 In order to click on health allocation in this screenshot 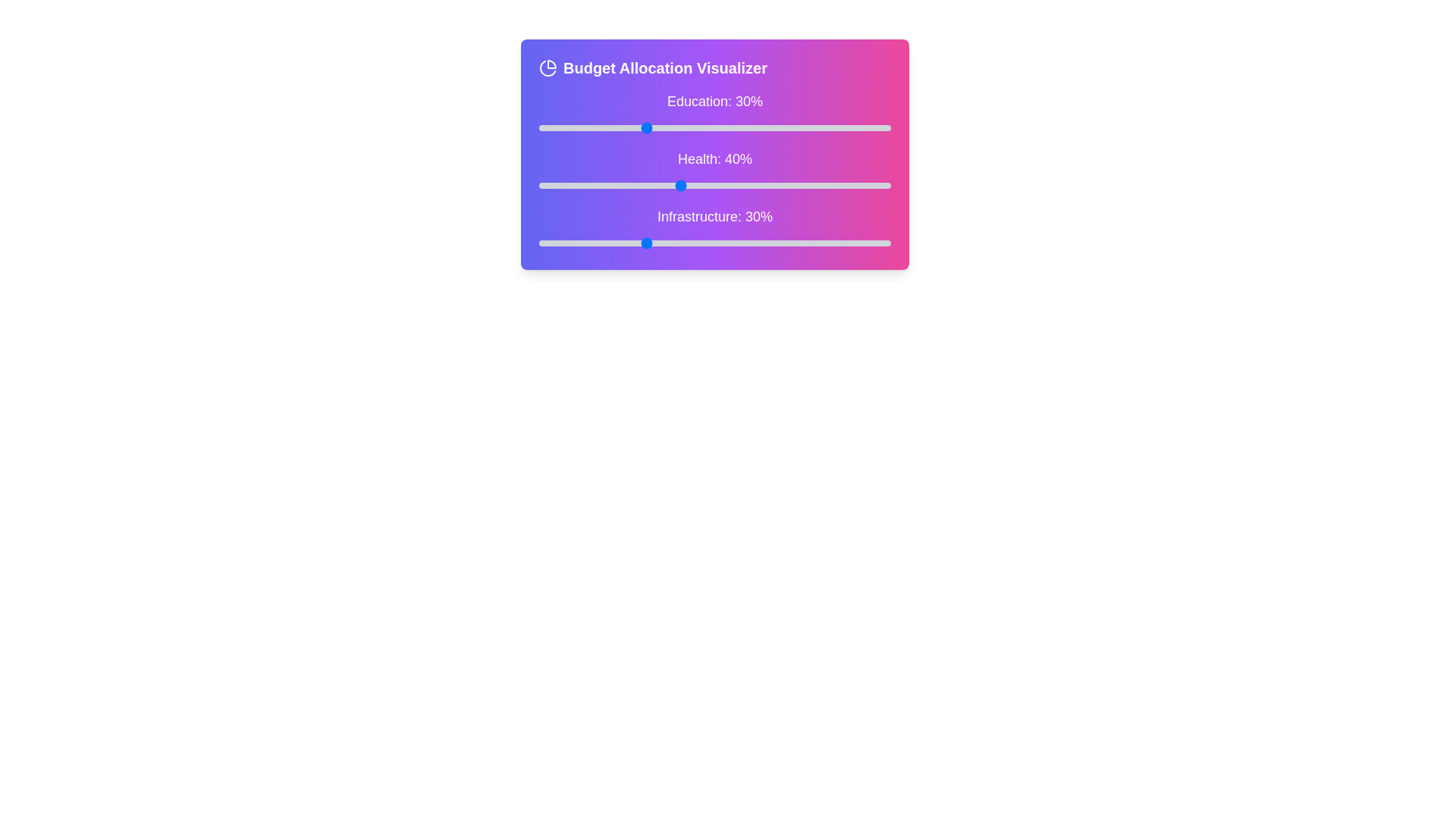, I will do `click(711, 185)`.